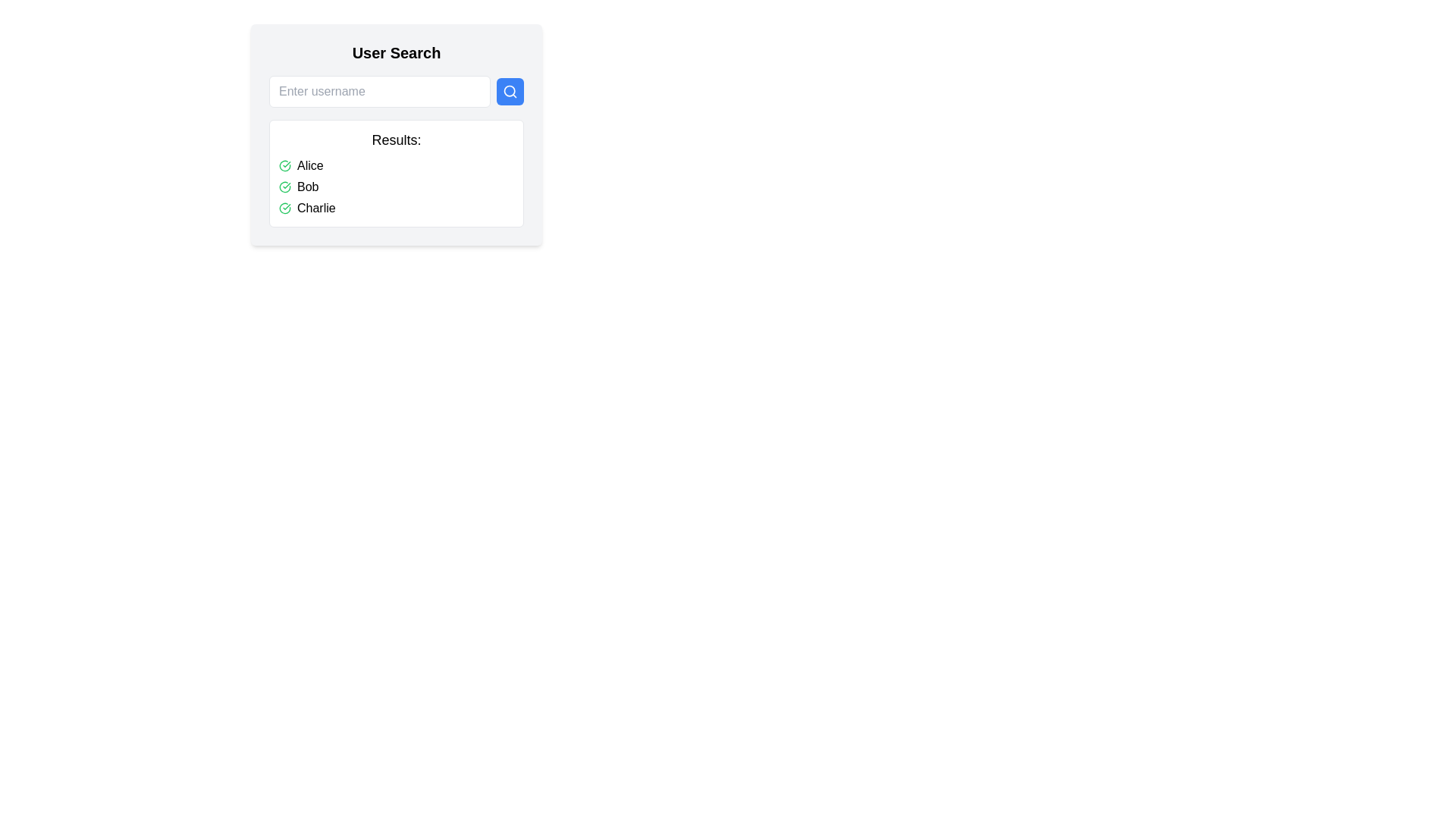 This screenshot has width=1456, height=819. I want to click on the circular green checkmark icon located to the left of the text 'Bob' in the results list under the section labeled 'Results:', so click(284, 186).